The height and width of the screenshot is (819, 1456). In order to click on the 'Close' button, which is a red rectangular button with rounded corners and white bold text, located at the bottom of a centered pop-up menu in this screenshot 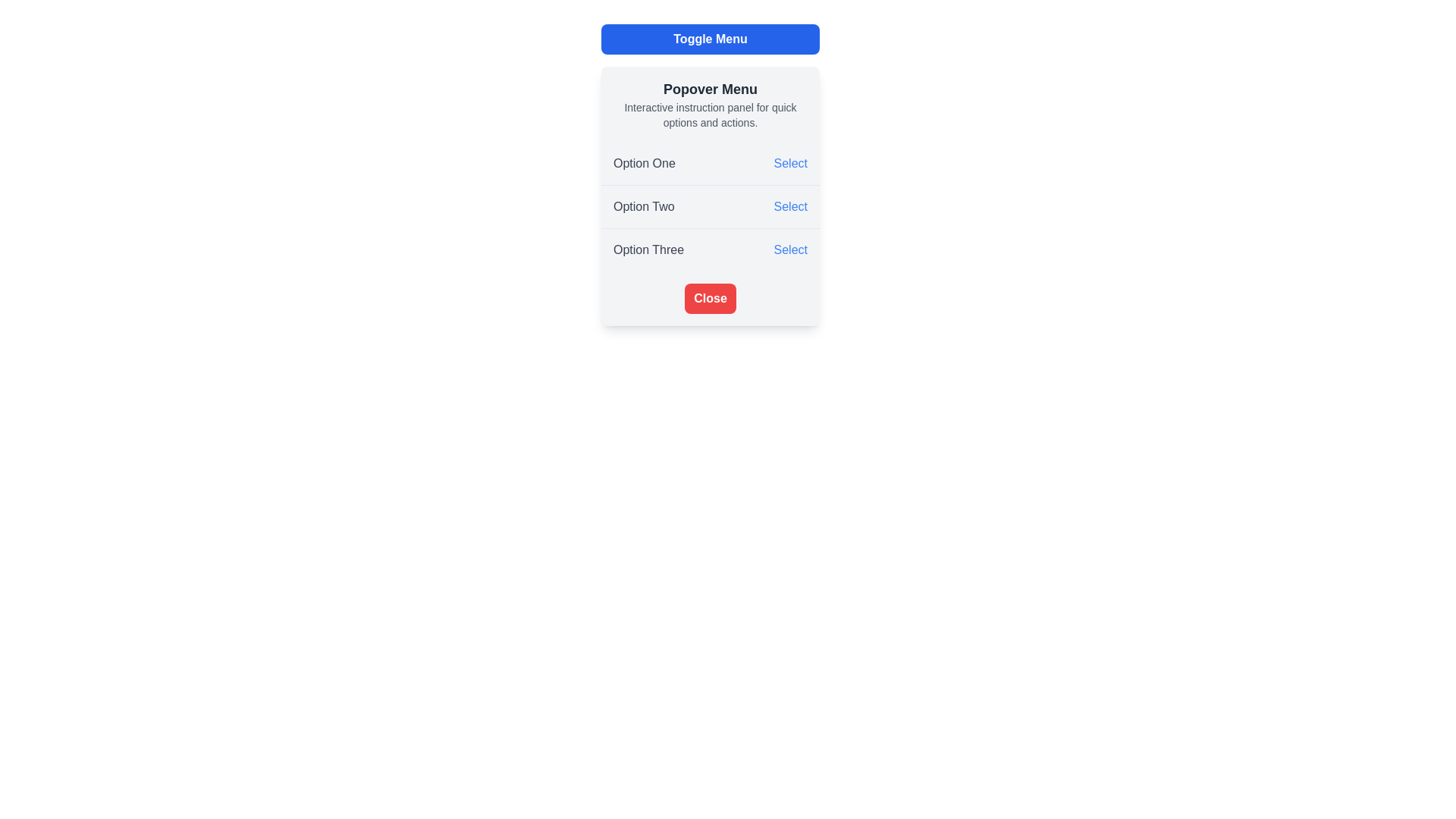, I will do `click(709, 298)`.